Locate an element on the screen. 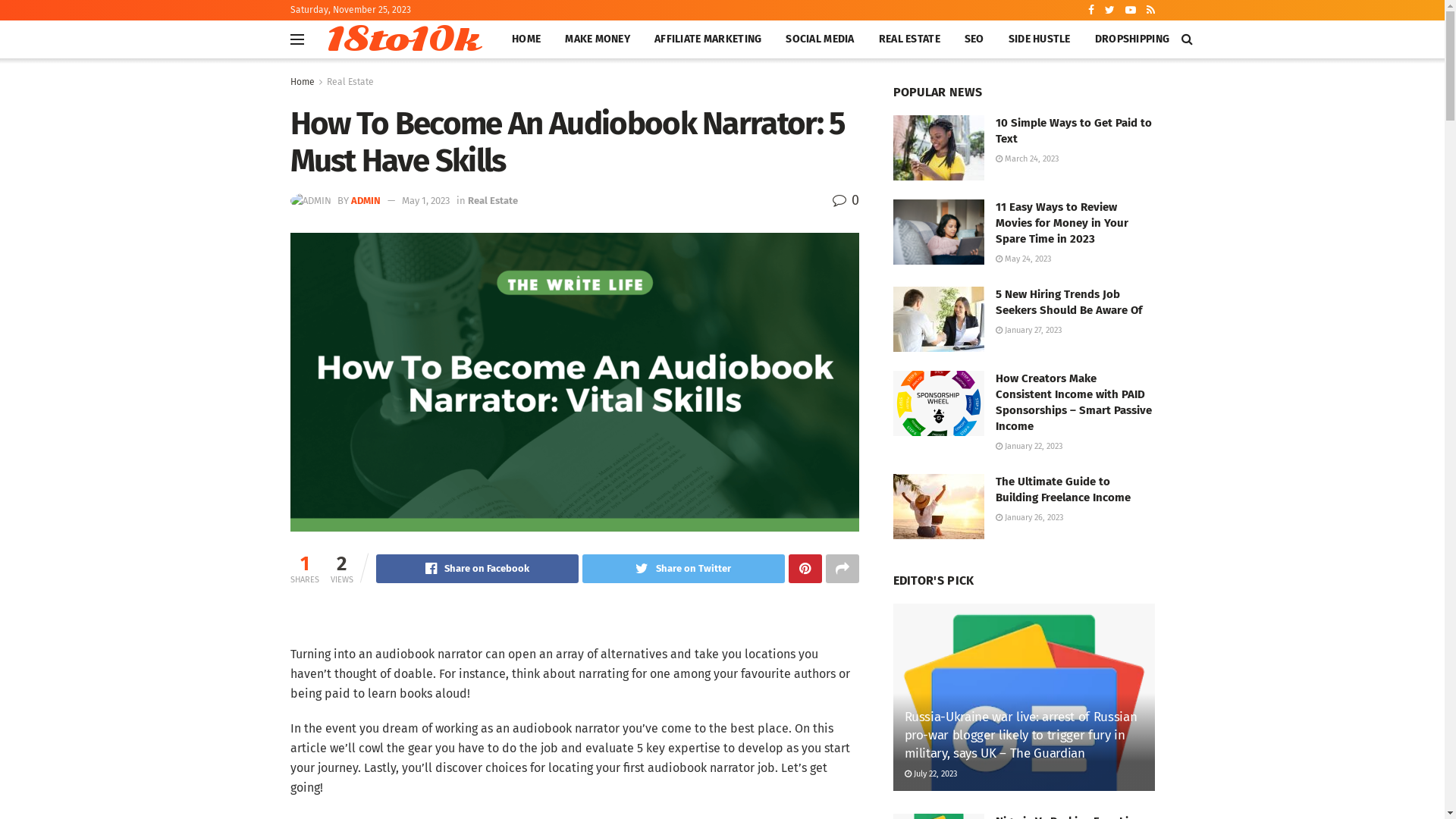 The image size is (1456, 819). 'Share on Twitter' is located at coordinates (682, 568).